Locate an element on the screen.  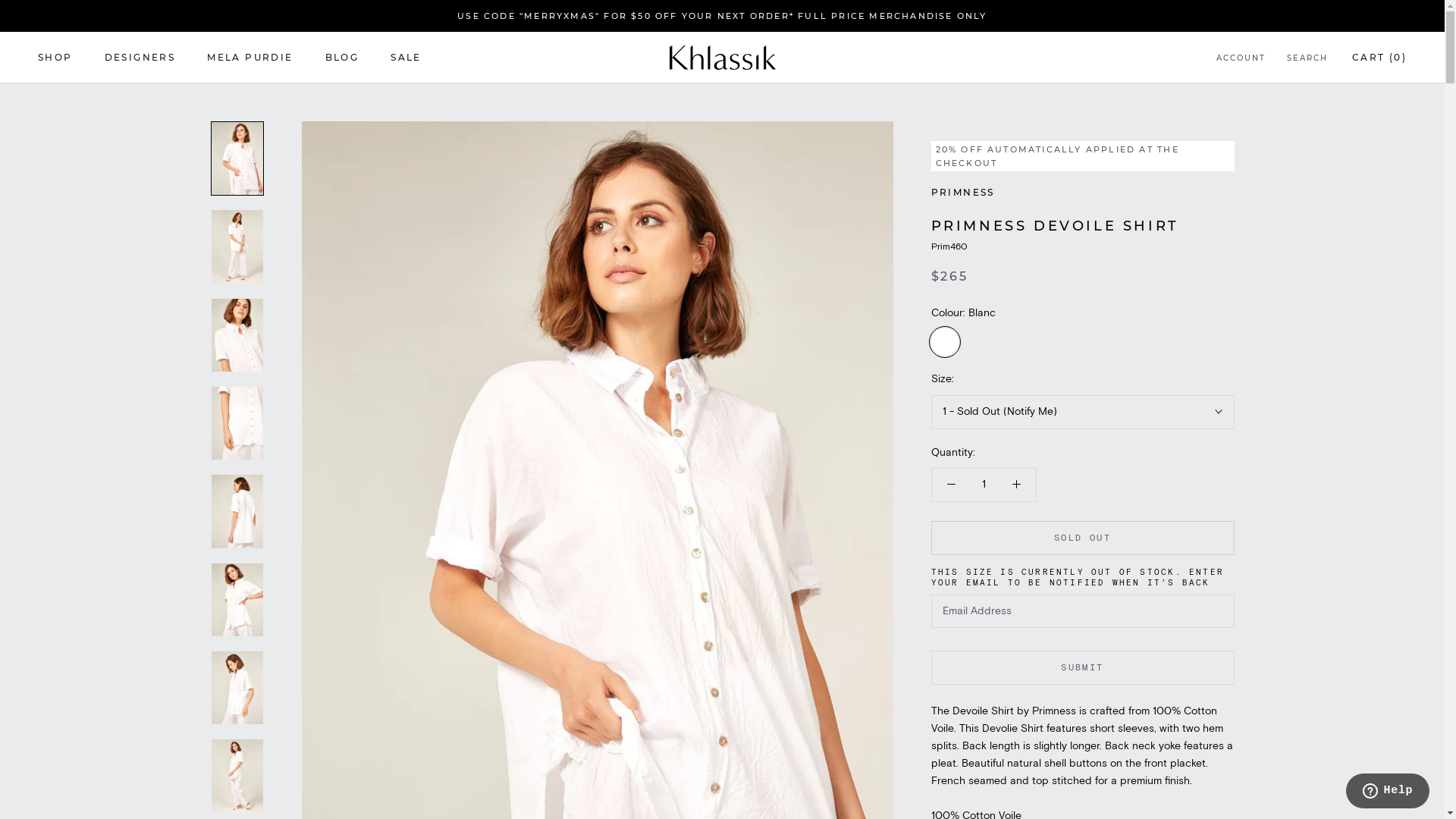
'DESIGNERS is located at coordinates (140, 56).